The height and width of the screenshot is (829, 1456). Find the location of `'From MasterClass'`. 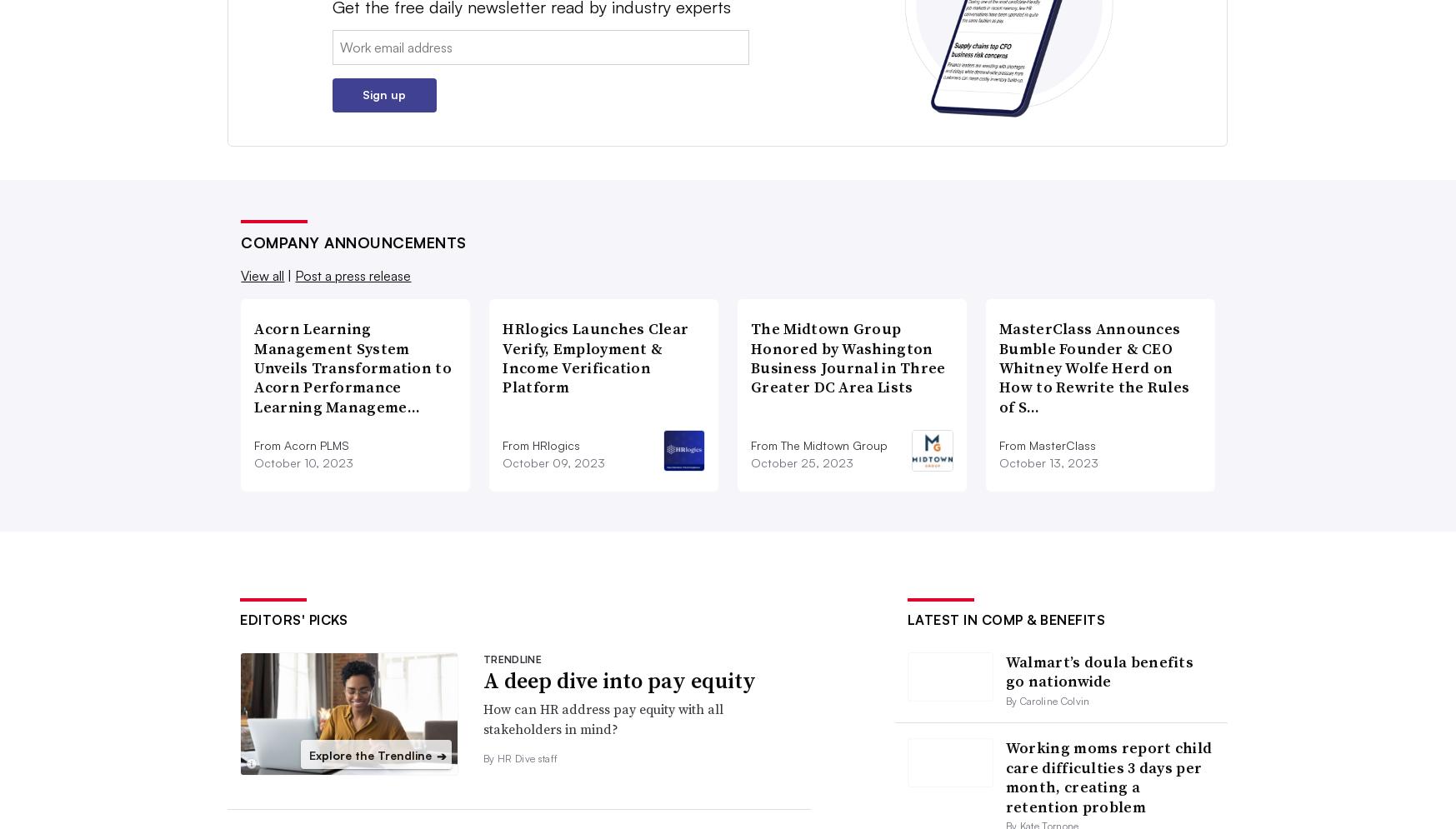

'From MasterClass' is located at coordinates (1047, 444).